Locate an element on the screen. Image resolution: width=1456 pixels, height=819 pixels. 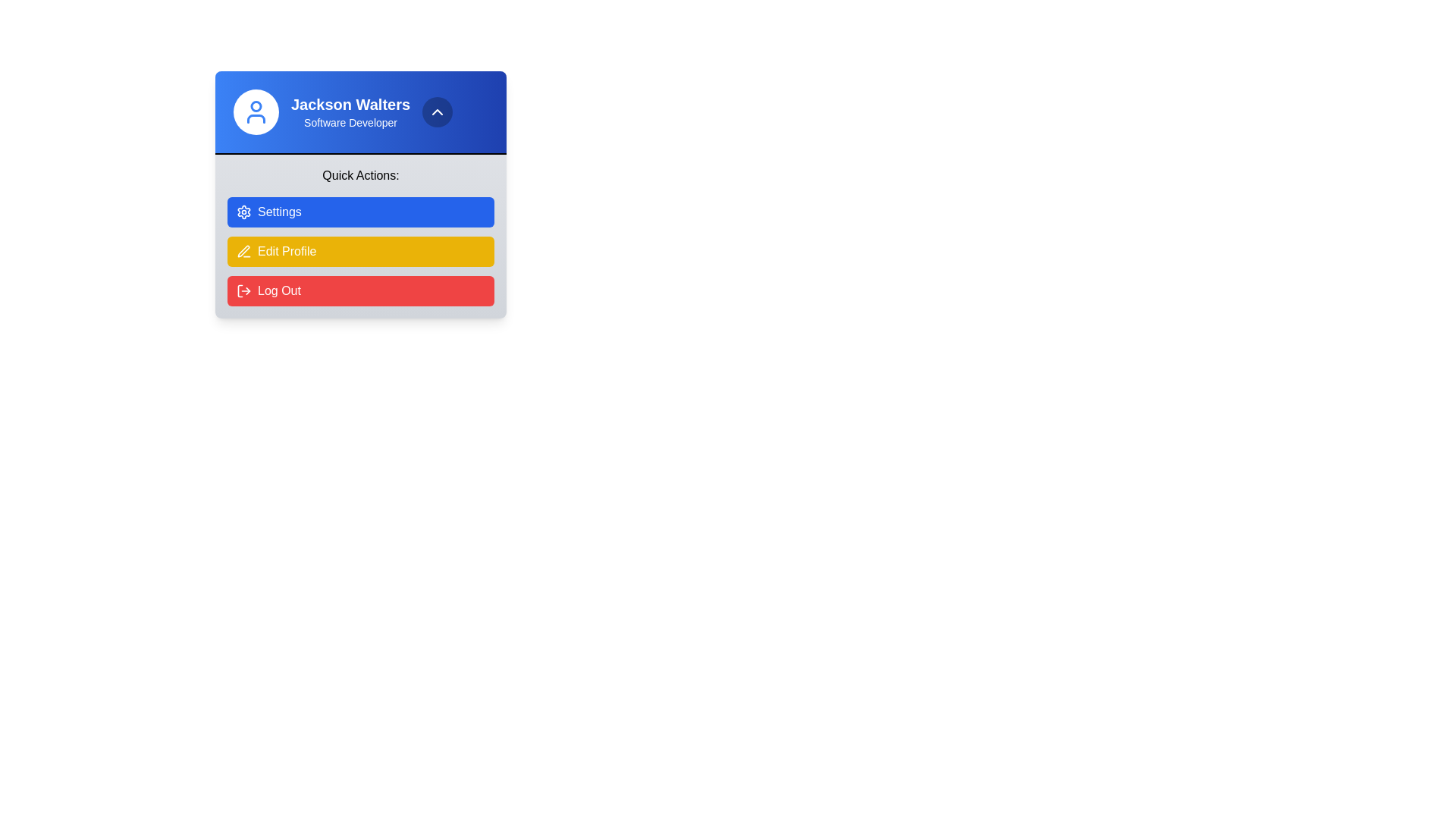
the log out button located at the bottom of the 'Quick Actions' section, which is the last button in the group, to log out of the user session is located at coordinates (359, 291).